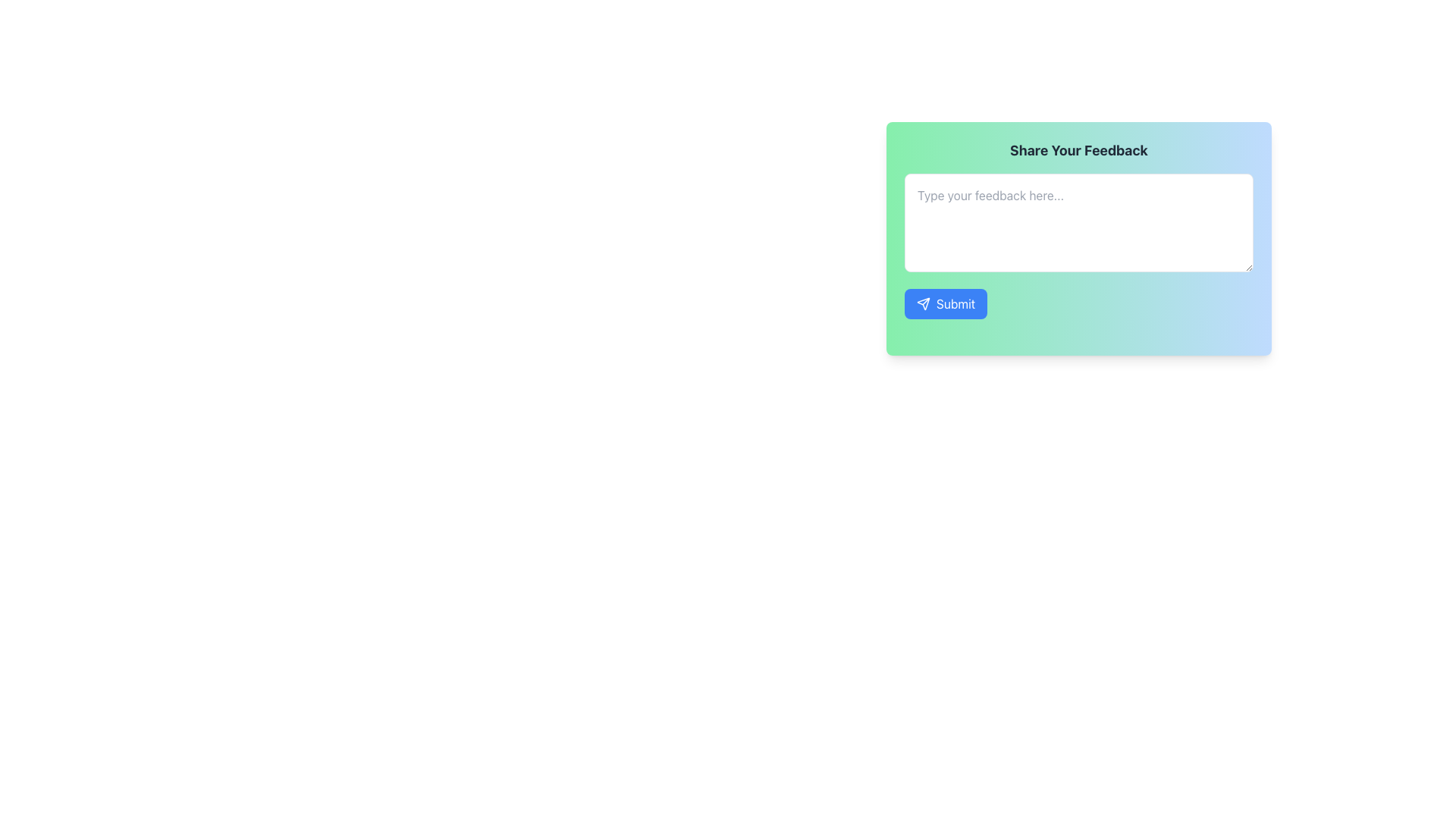  What do you see at coordinates (923, 304) in the screenshot?
I see `the paper plane icon embedded within the blue 'Submit' button located at the bottom-left corner of the feedback submission card` at bounding box center [923, 304].